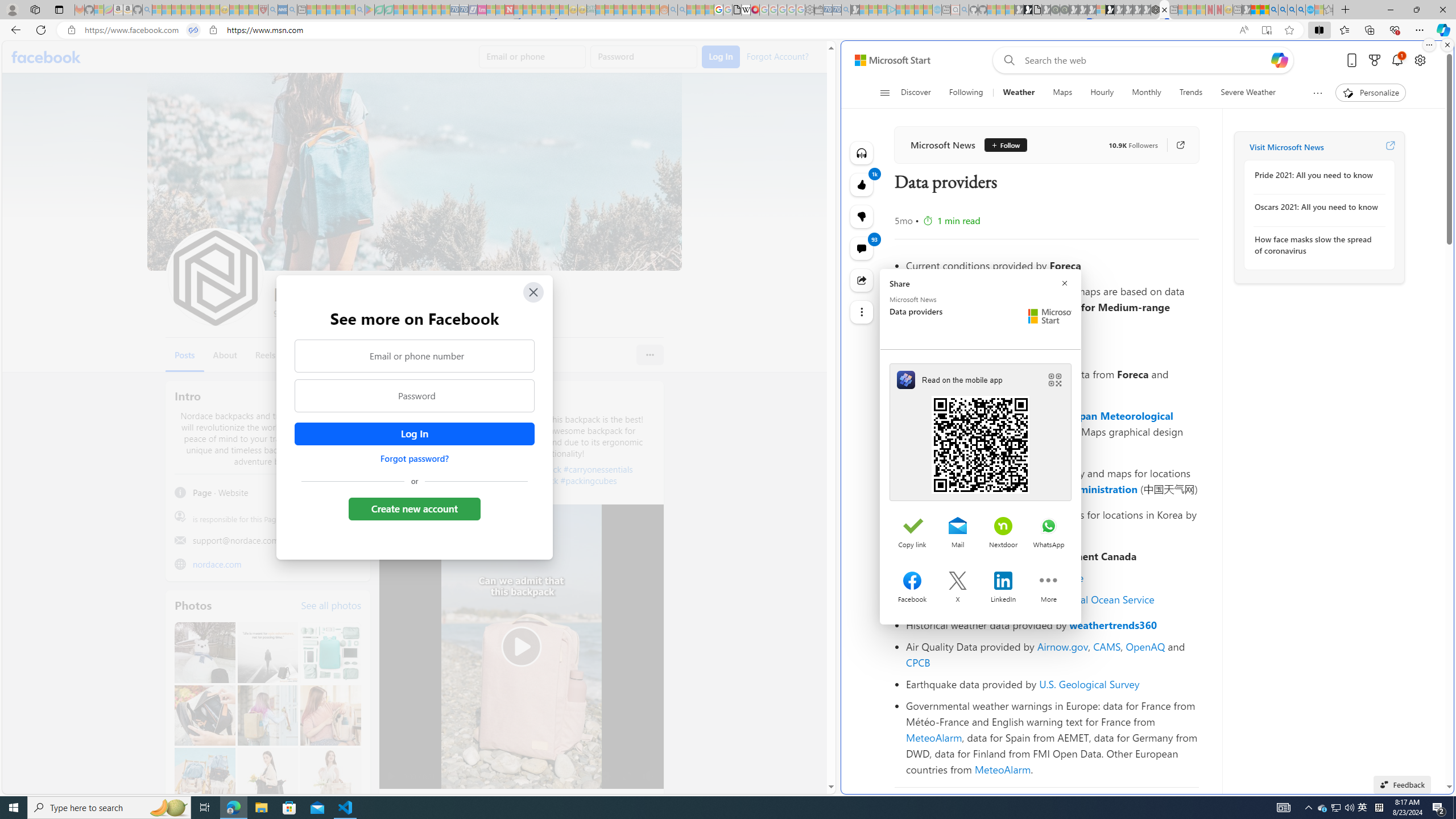  What do you see at coordinates (1062, 92) in the screenshot?
I see `'Maps'` at bounding box center [1062, 92].